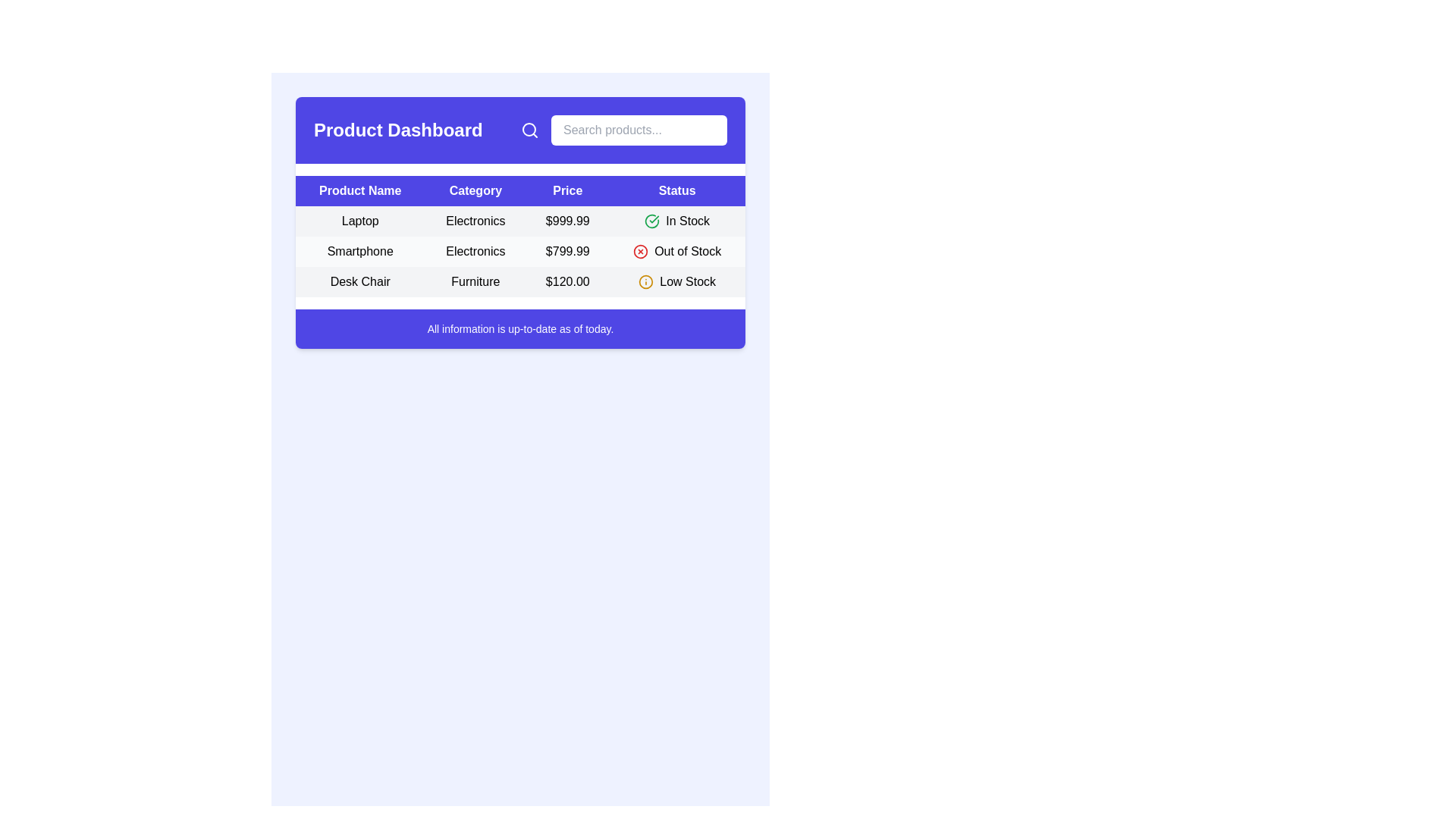 The image size is (1456, 819). What do you see at coordinates (687, 281) in the screenshot?
I see `text label indicating the inventory status for the corresponding product, which is positioned in the last row of the 'Status' column in a three-row table, highlighting limited supply` at bounding box center [687, 281].